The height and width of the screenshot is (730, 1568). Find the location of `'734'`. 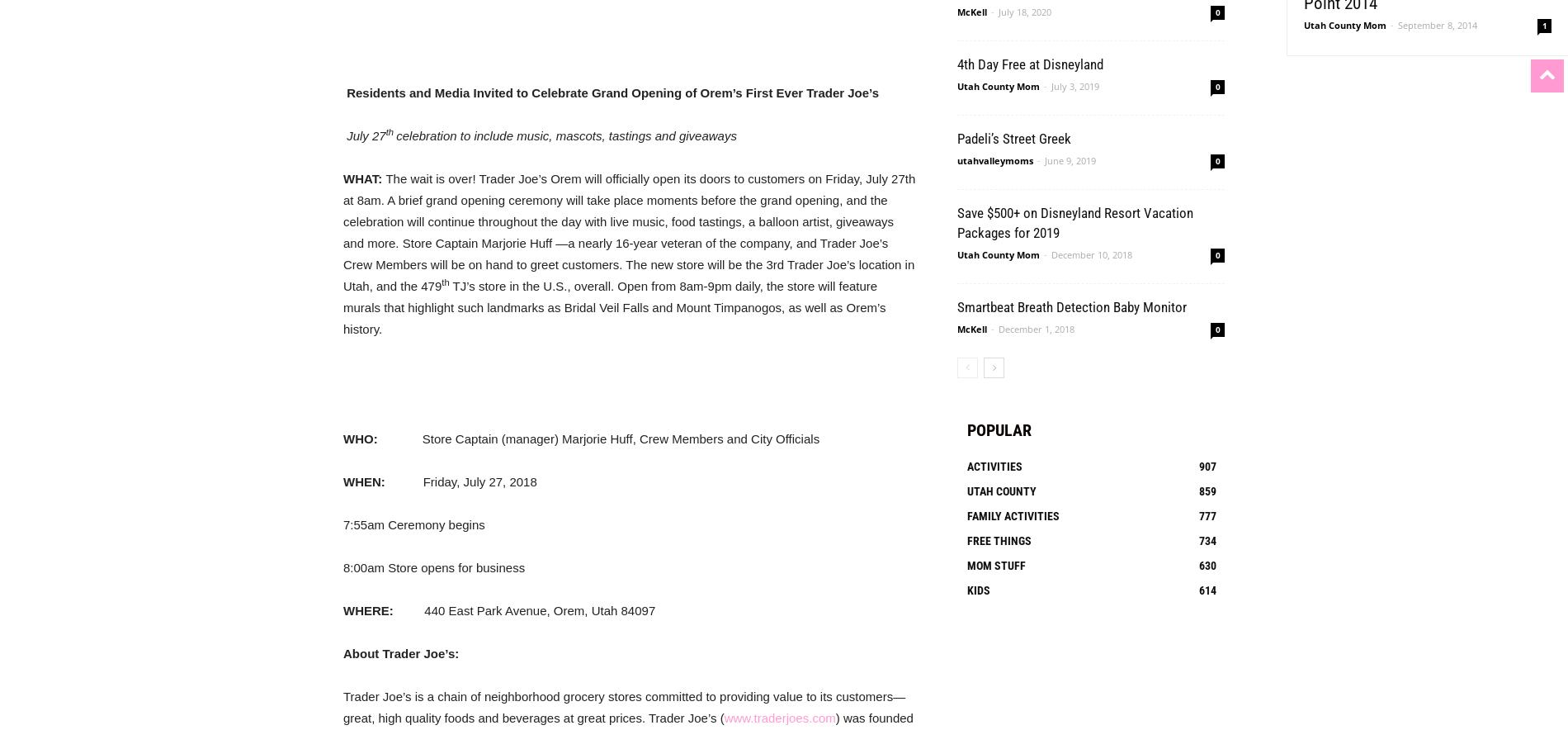

'734' is located at coordinates (1207, 540).